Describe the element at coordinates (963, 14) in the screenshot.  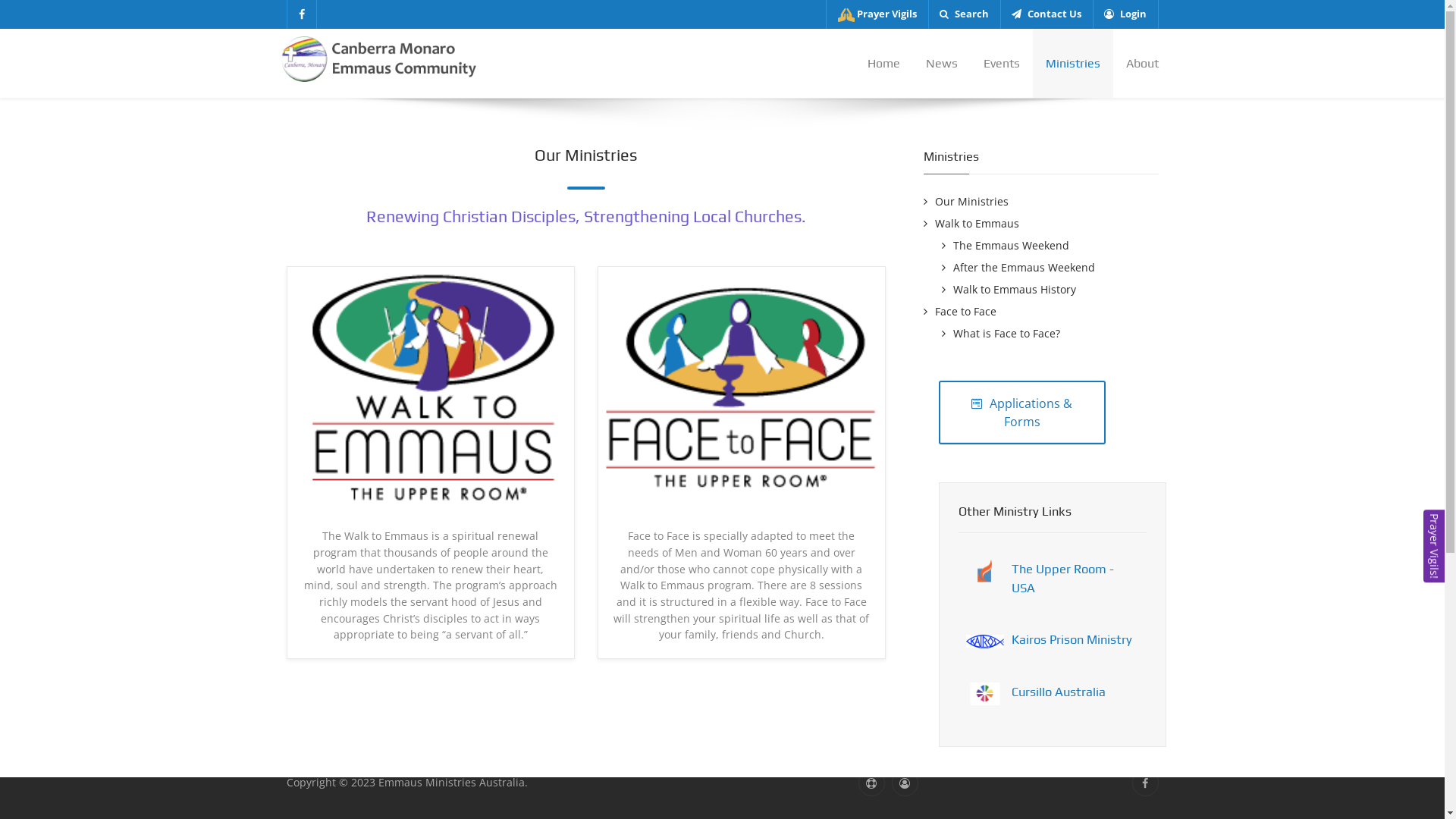
I see `'Search'` at that location.